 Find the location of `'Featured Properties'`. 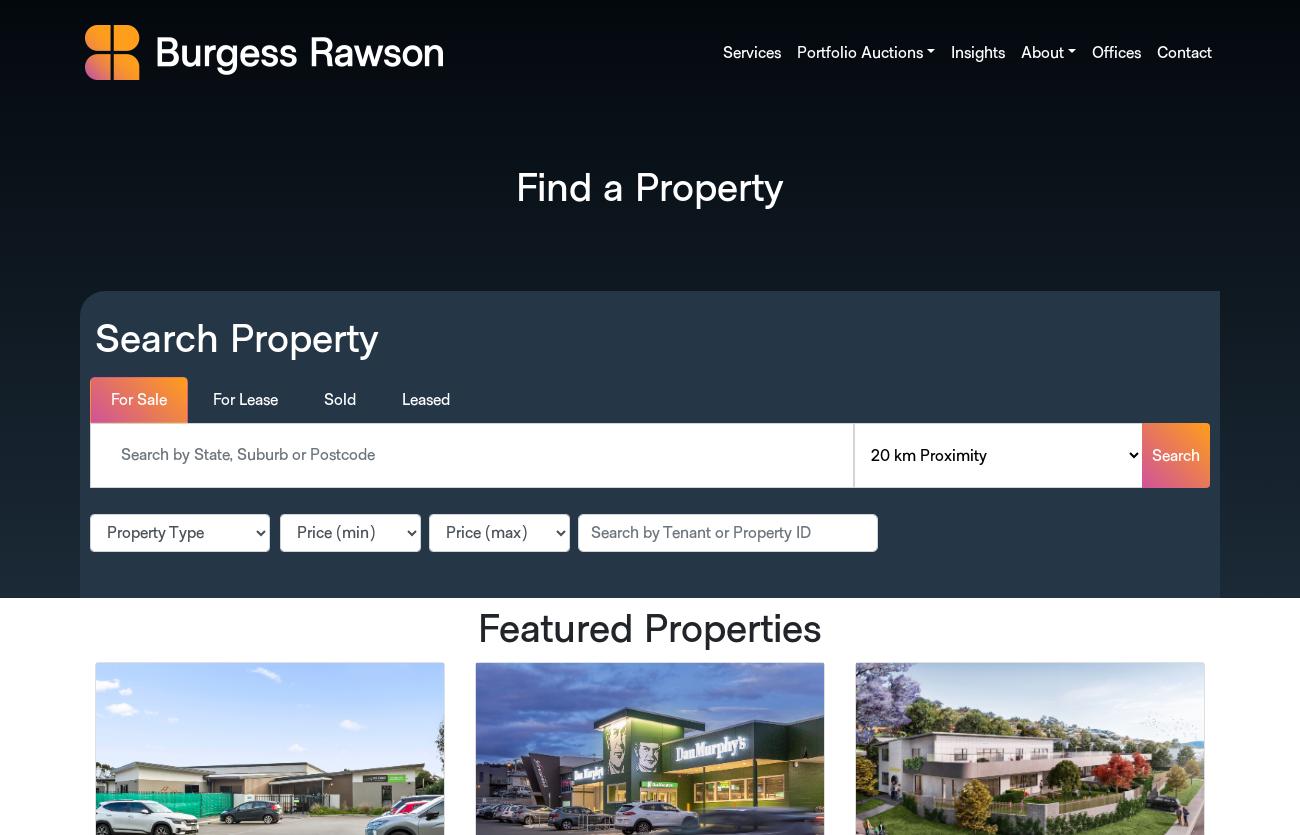

'Featured Properties' is located at coordinates (650, 629).